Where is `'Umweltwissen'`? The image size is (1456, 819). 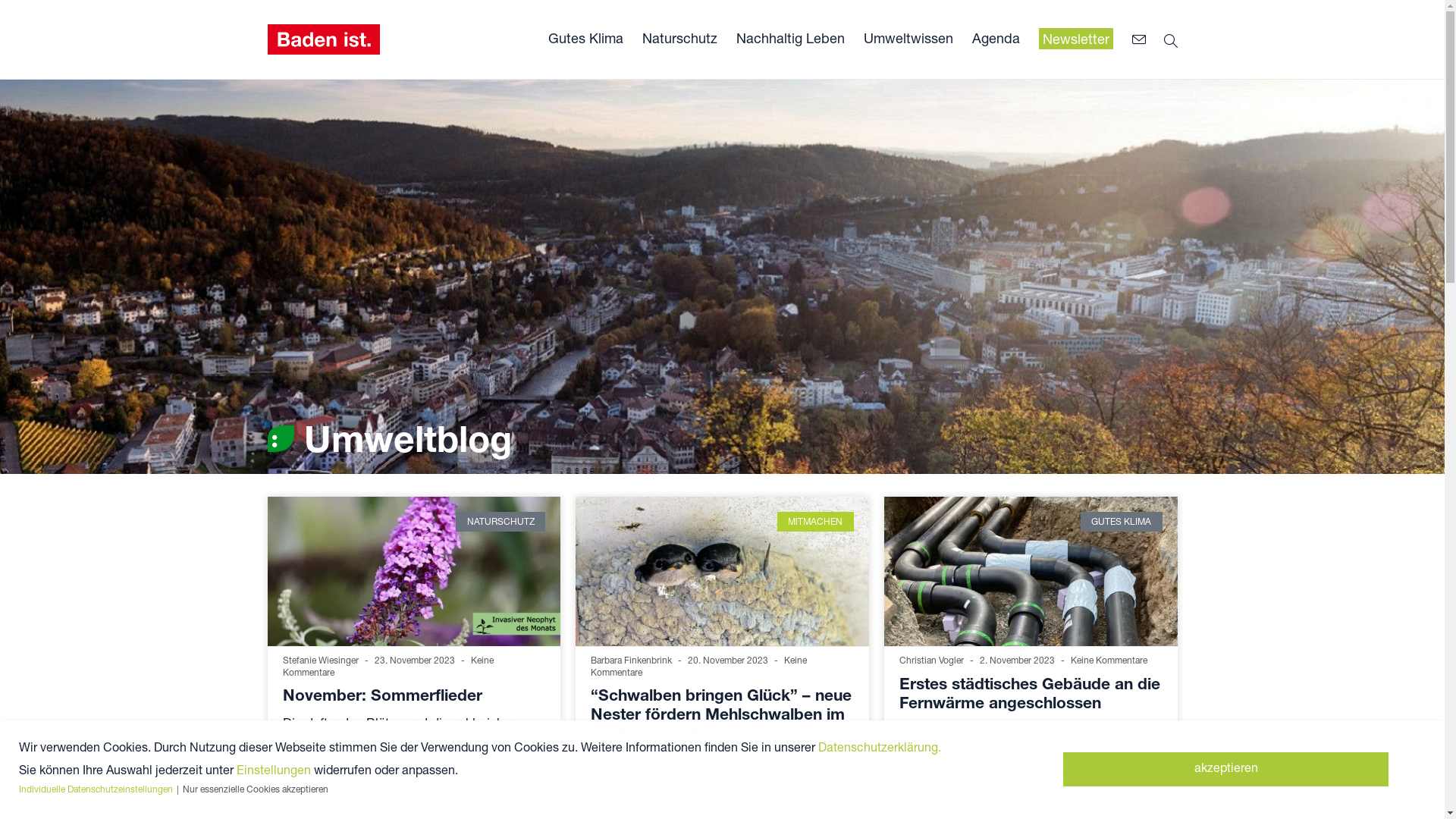 'Umweltwissen' is located at coordinates (907, 37).